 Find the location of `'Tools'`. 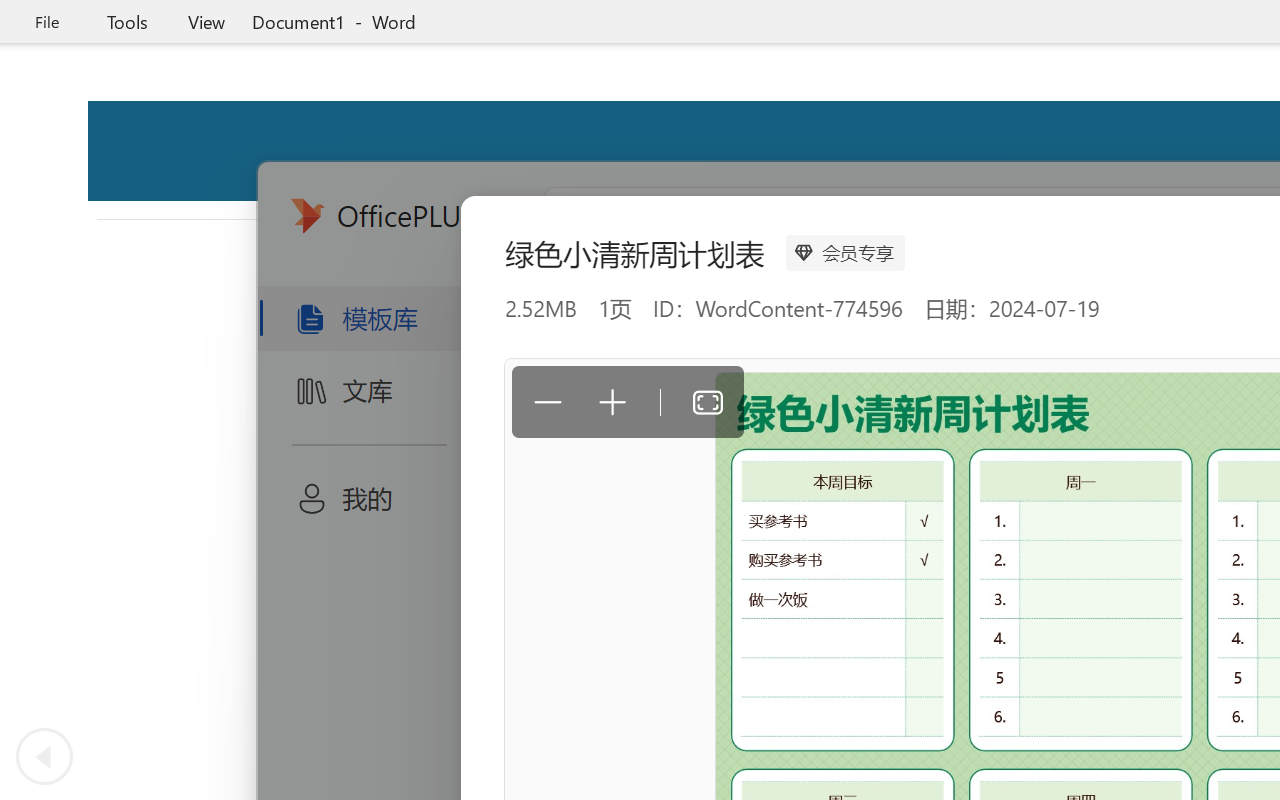

'Tools' is located at coordinates (126, 21).